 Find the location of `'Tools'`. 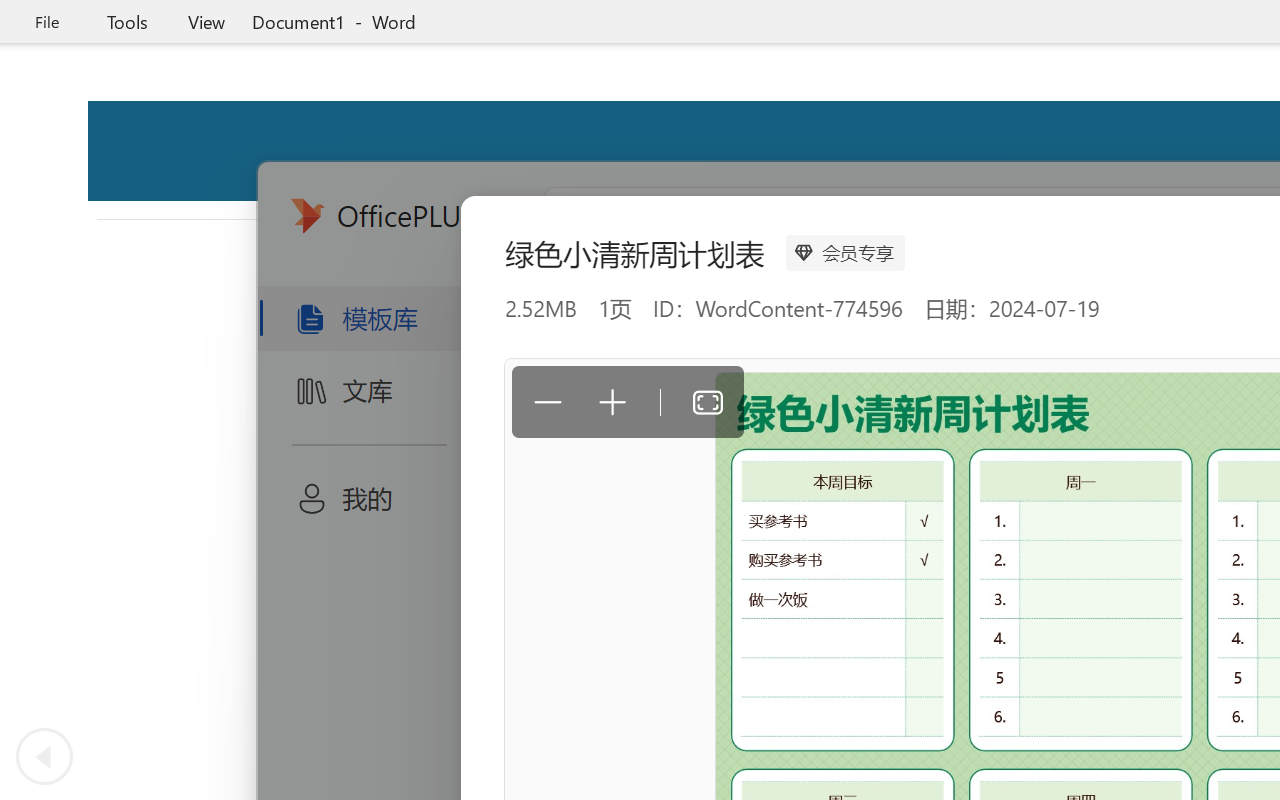

'Tools' is located at coordinates (126, 21).